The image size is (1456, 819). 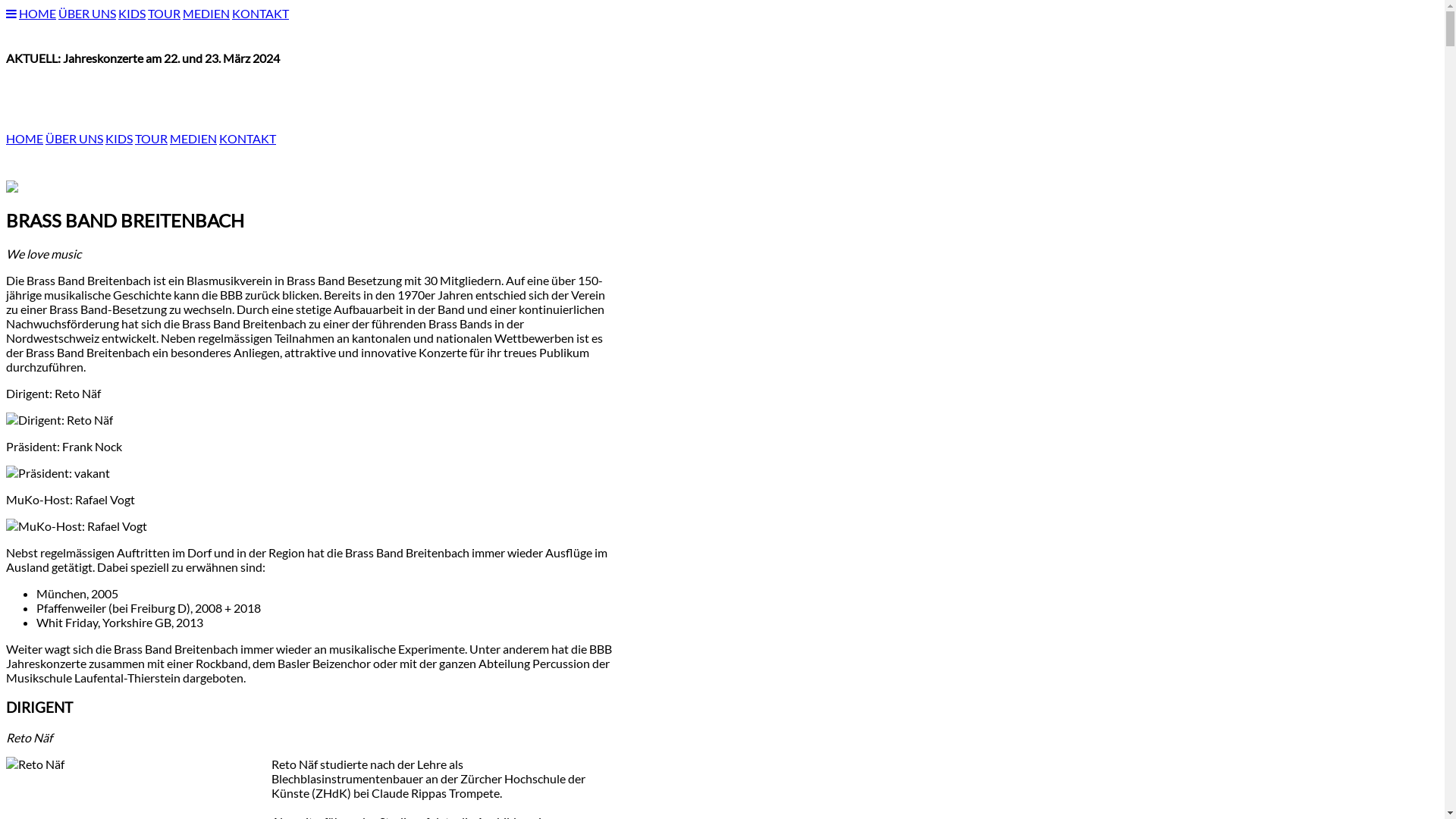 I want to click on 'KIDS', so click(x=118, y=138).